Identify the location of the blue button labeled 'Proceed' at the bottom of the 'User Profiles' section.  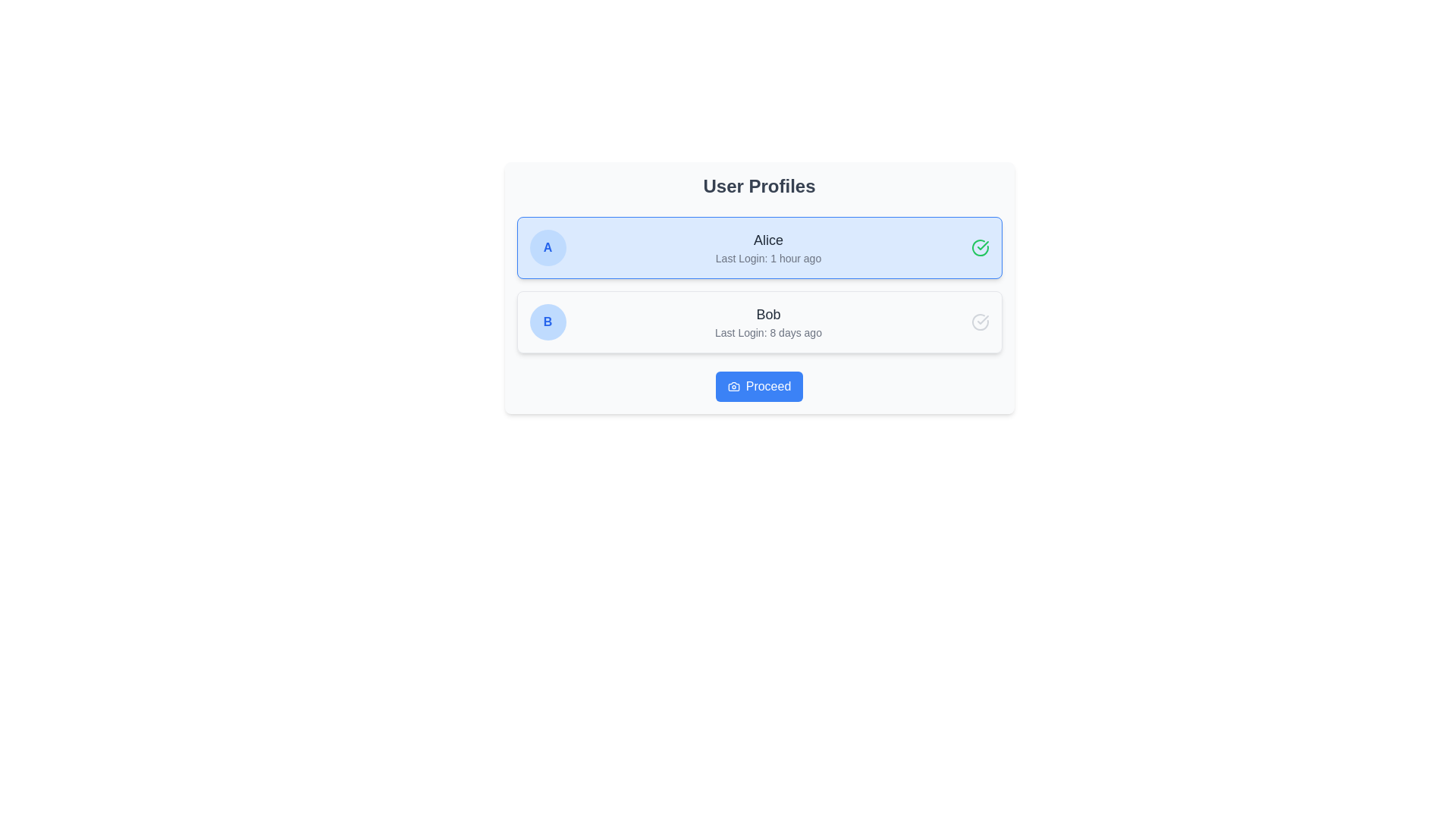
(759, 385).